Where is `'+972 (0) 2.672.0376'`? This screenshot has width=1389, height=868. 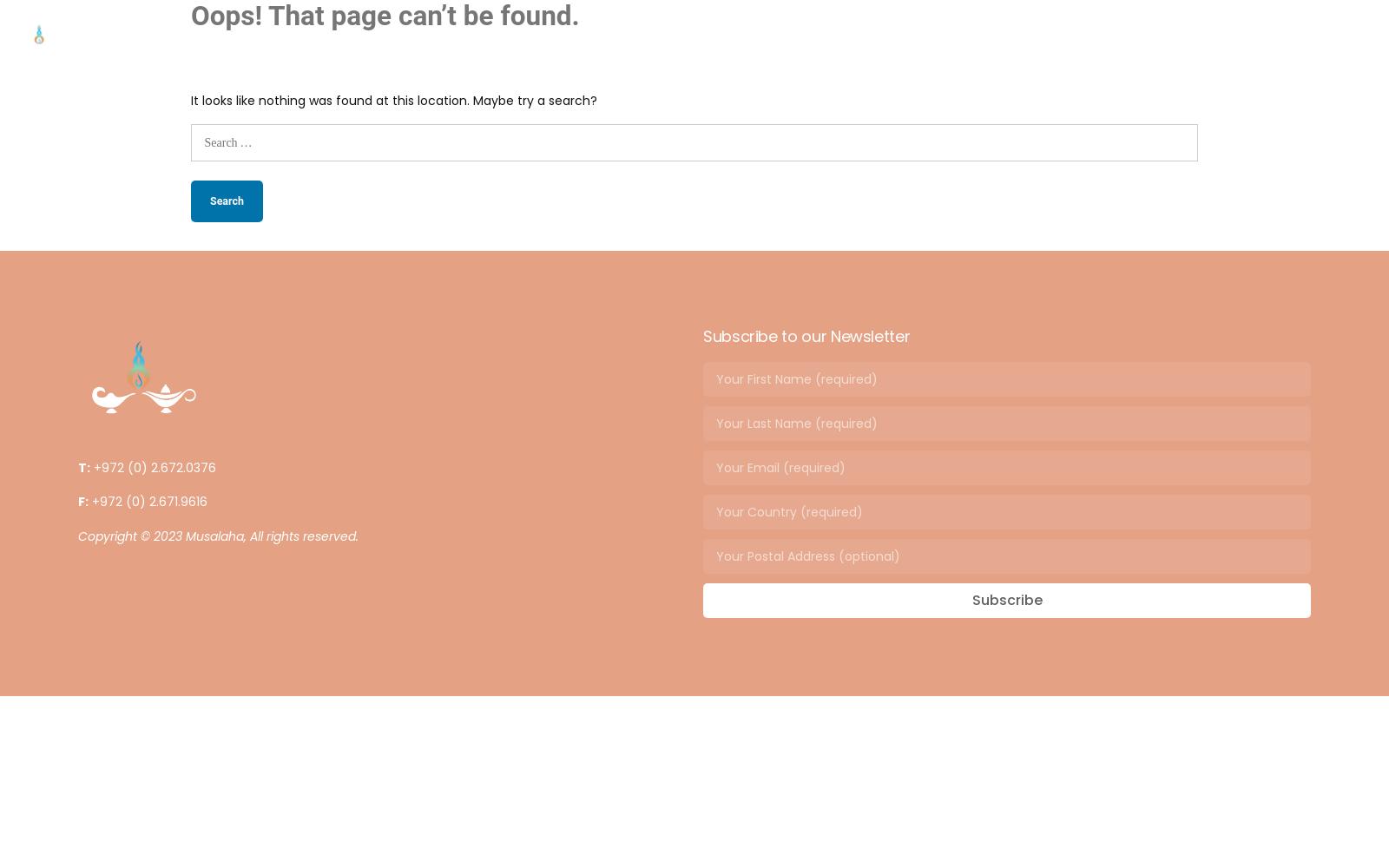
'+972 (0) 2.672.0376' is located at coordinates (155, 468).